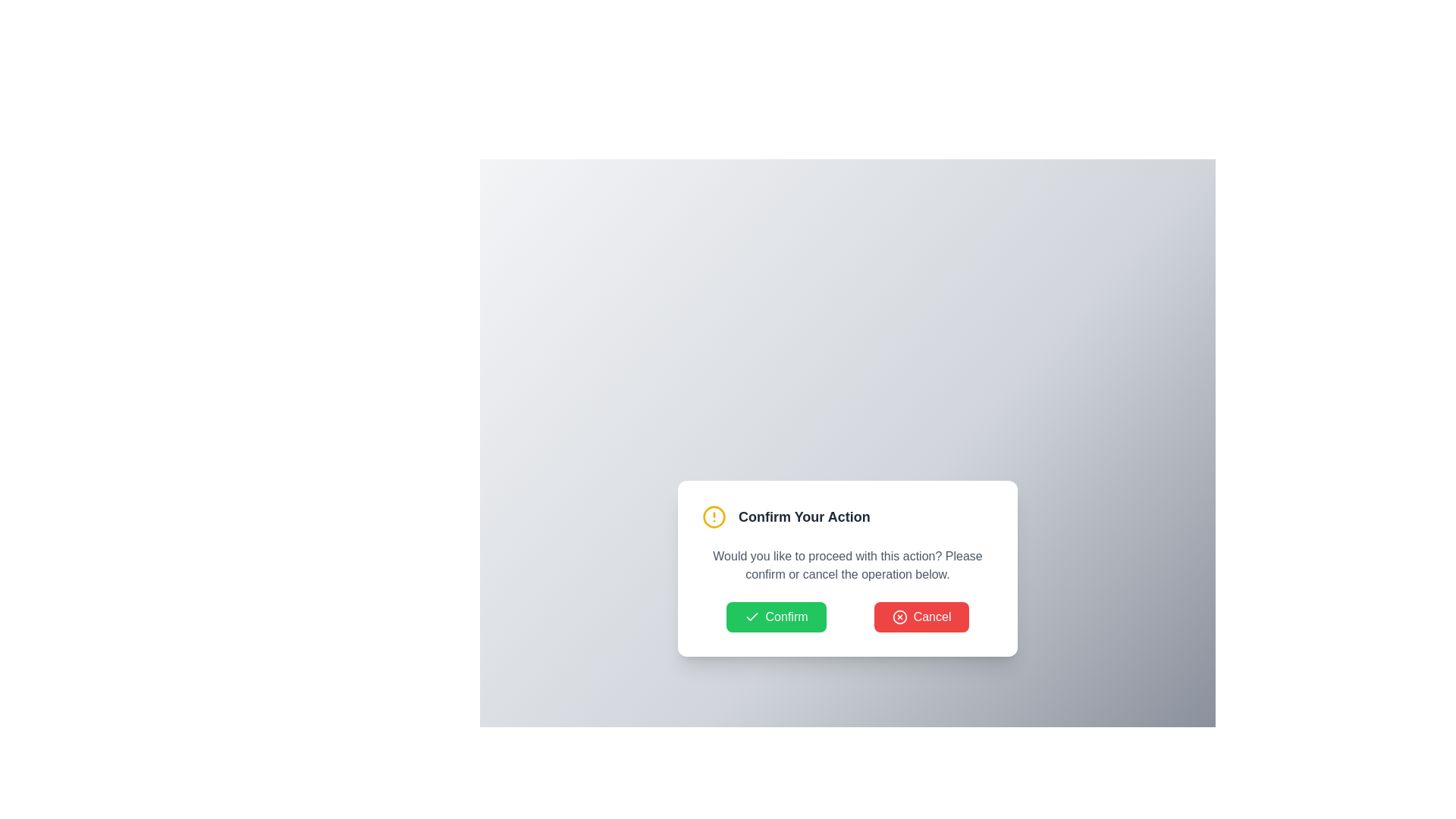 This screenshot has height=819, width=1456. What do you see at coordinates (847, 565) in the screenshot?
I see `the static text element that provides instructions to the user, located directly under the title header and above the confirmation and cancellation buttons` at bounding box center [847, 565].